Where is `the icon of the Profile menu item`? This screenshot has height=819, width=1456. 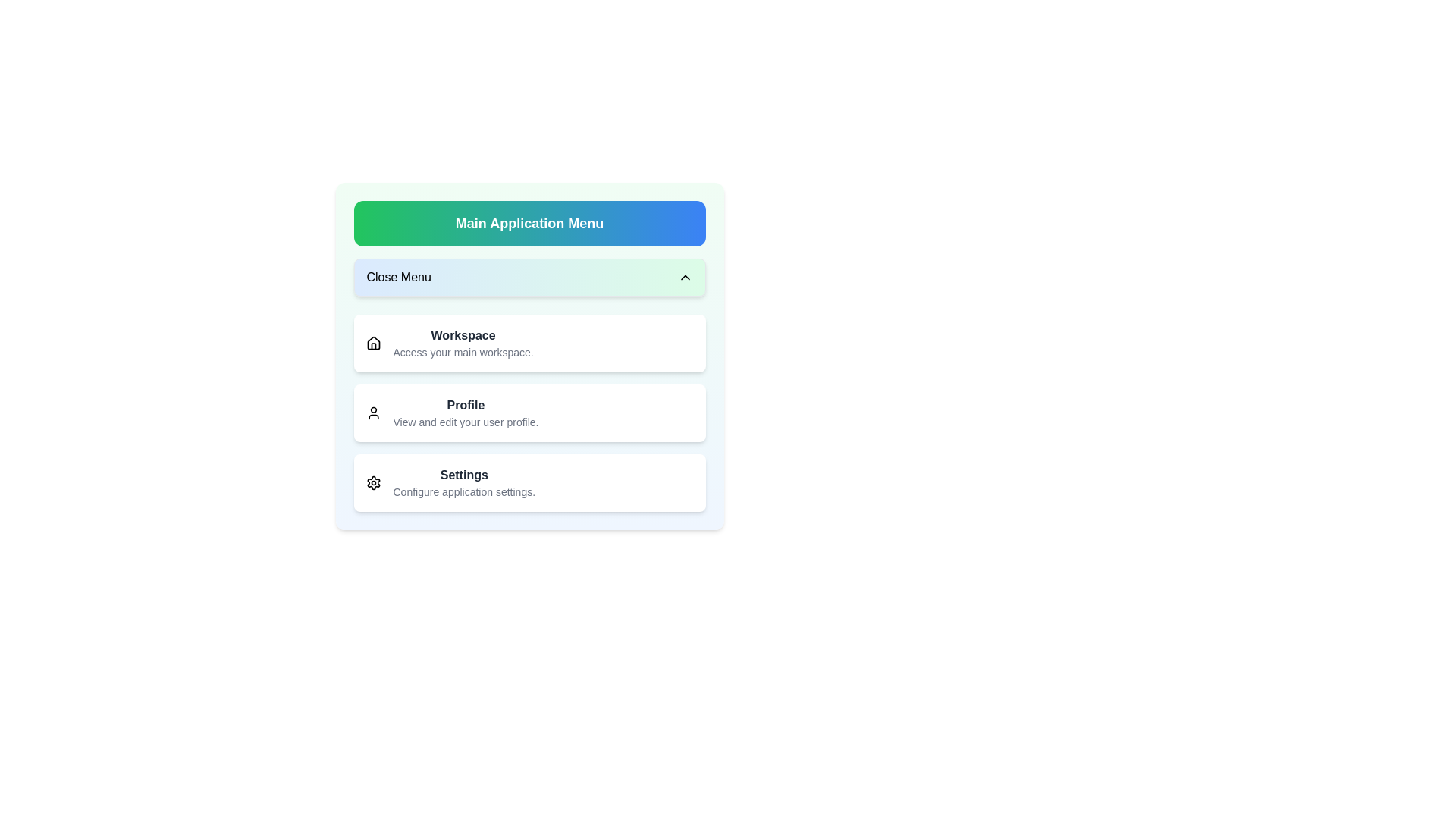
the icon of the Profile menu item is located at coordinates (373, 413).